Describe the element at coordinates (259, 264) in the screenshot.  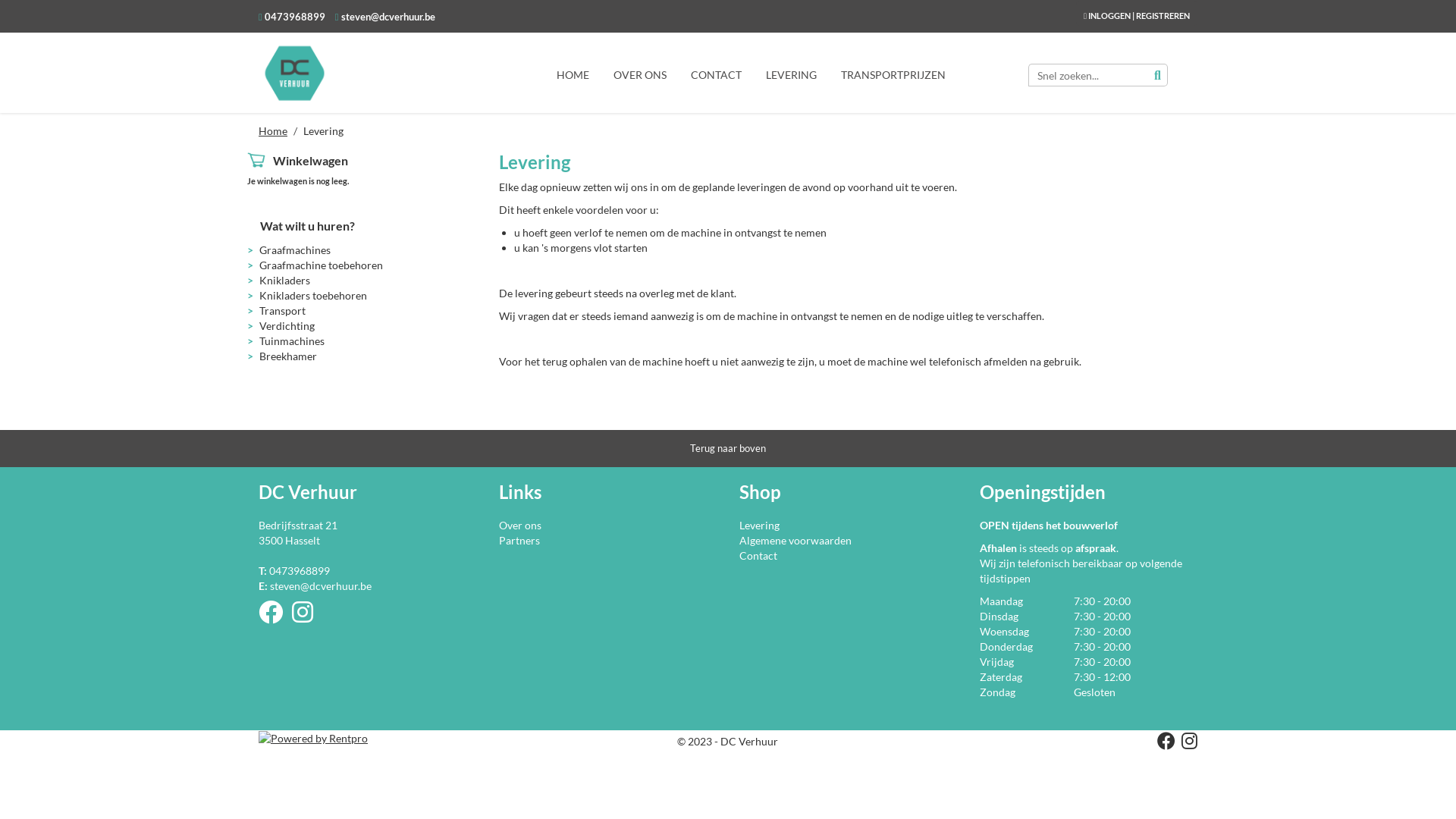
I see `'Graafmachine toebehoren'` at that location.